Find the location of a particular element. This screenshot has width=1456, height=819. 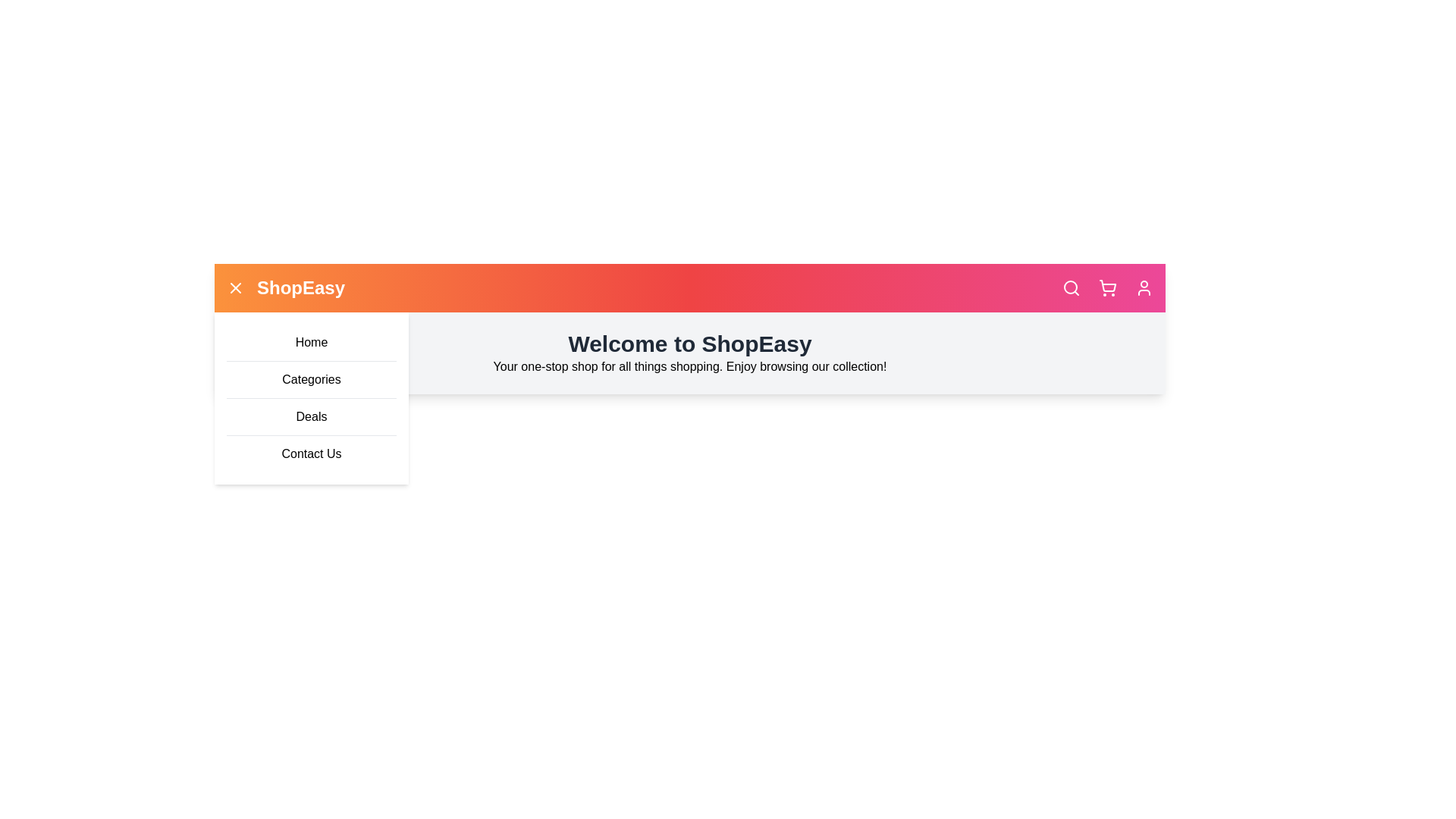

the close or cancel button located at the far left of the horizontal navigation bar next to 'ShopEasy' is located at coordinates (235, 288).